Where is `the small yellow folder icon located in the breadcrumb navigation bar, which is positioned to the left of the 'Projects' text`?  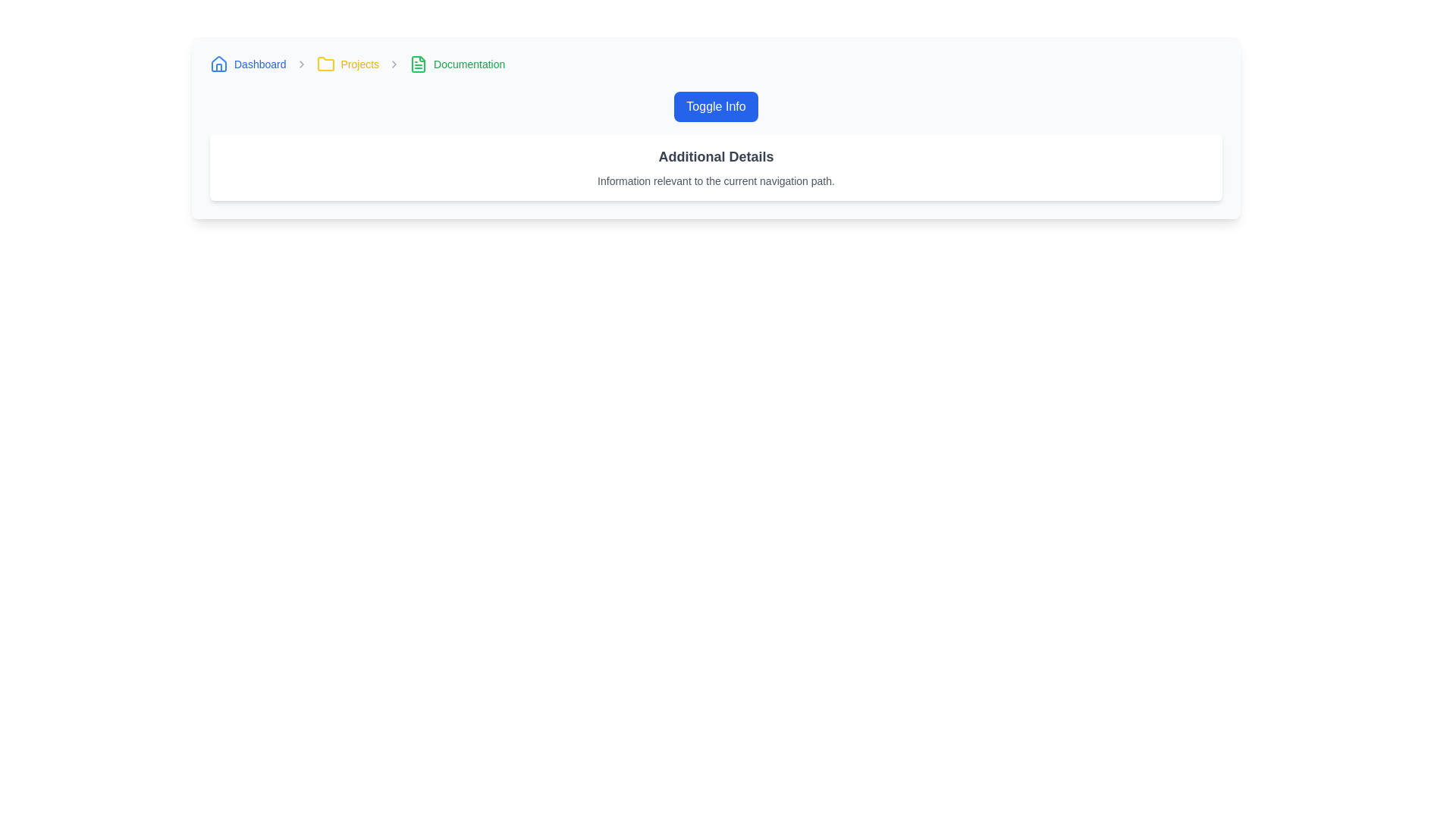
the small yellow folder icon located in the breadcrumb navigation bar, which is positioned to the left of the 'Projects' text is located at coordinates (325, 63).